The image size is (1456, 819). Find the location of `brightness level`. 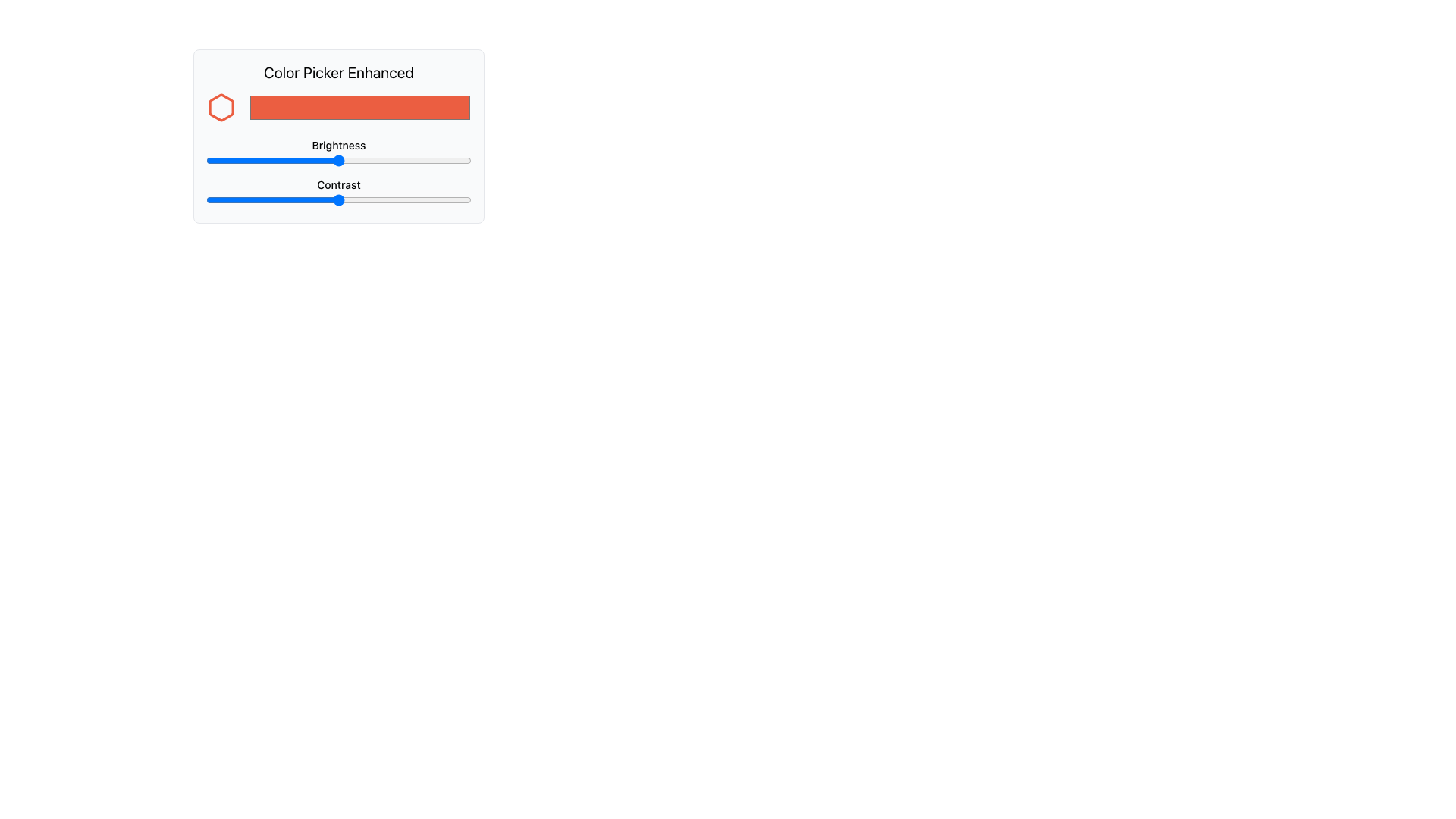

brightness level is located at coordinates (368, 161).